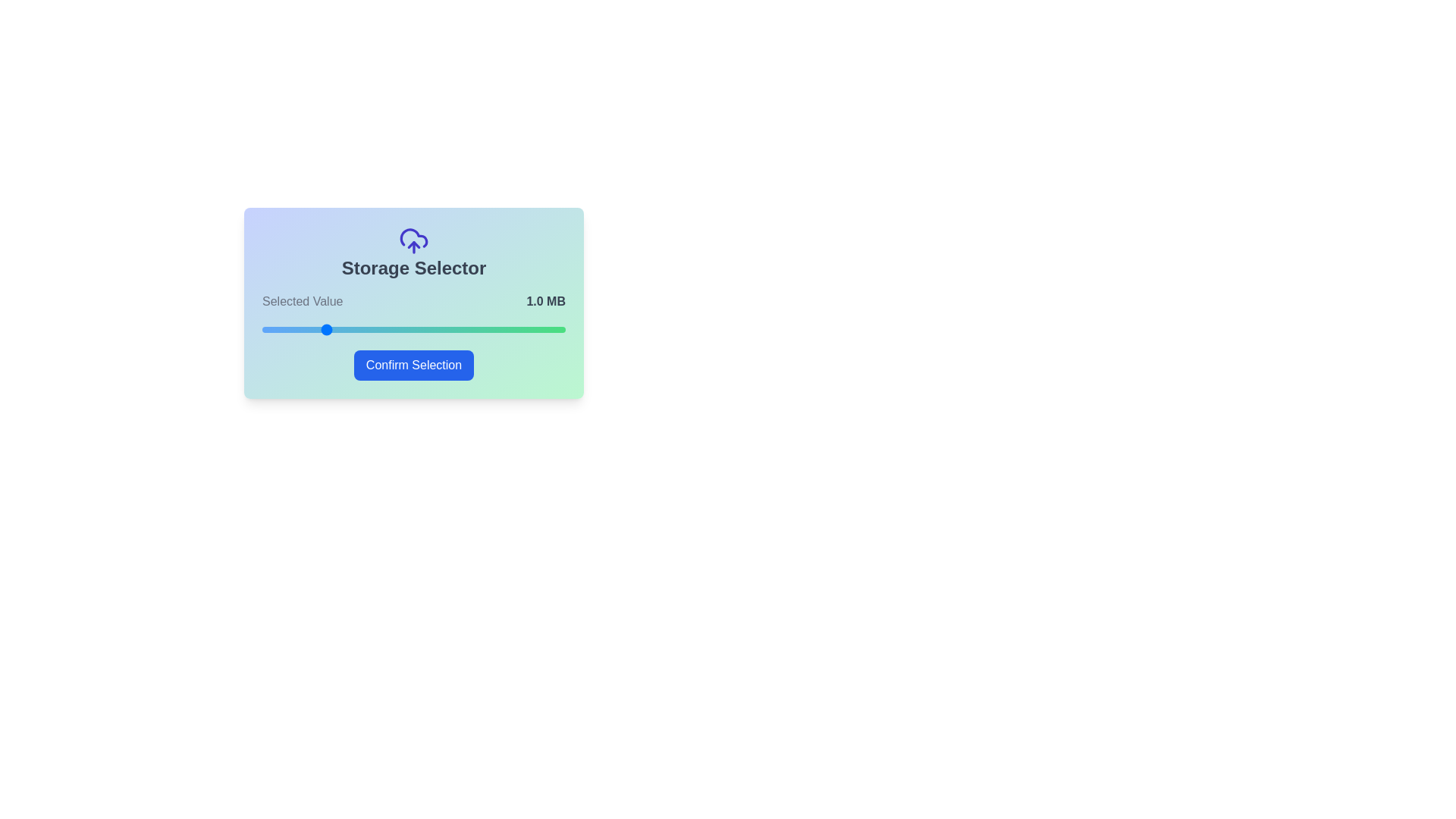 This screenshot has width=1456, height=819. What do you see at coordinates (274, 329) in the screenshot?
I see `the storage slider to set the value to 6 MB` at bounding box center [274, 329].